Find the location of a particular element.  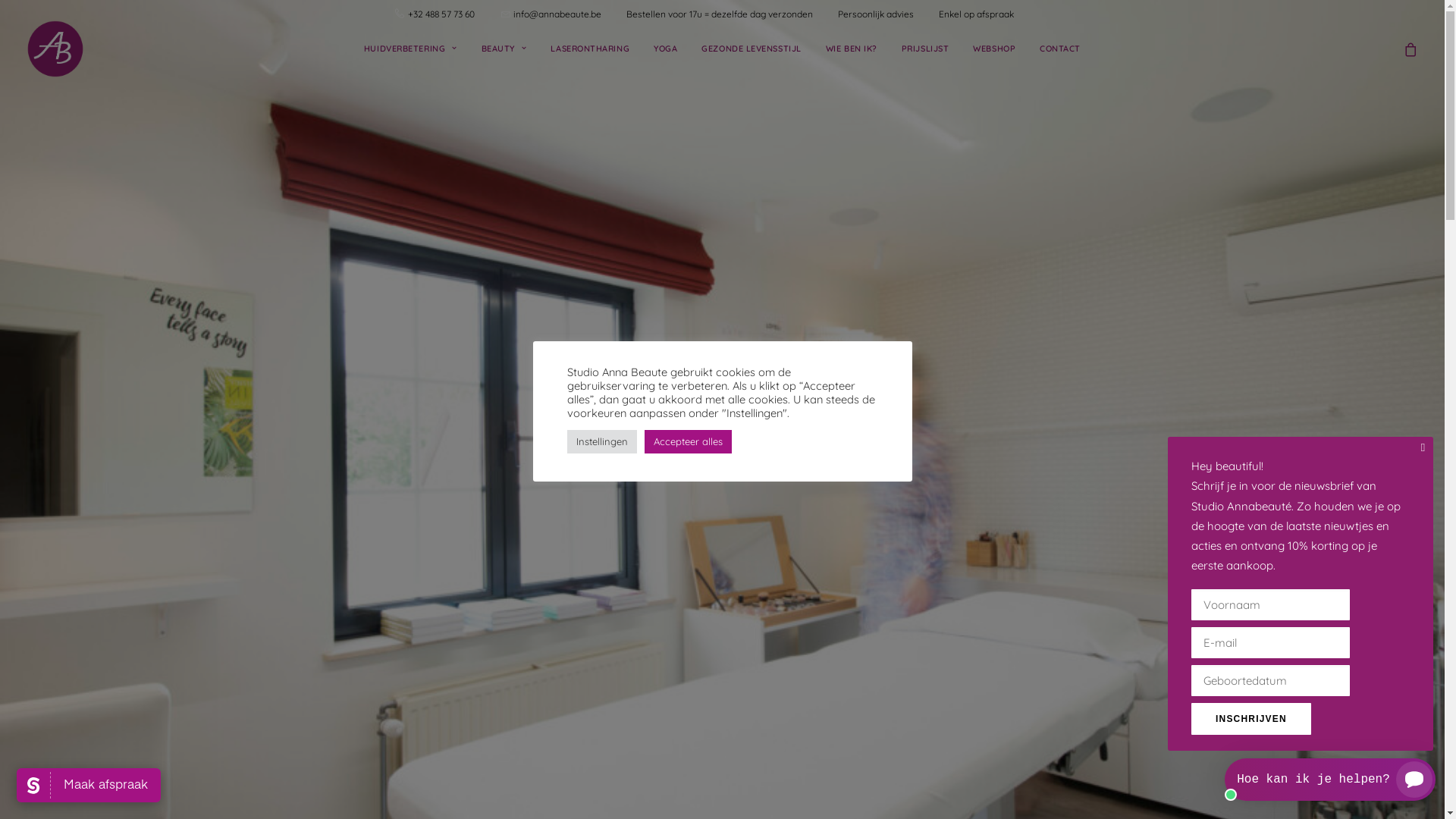

'info@annabeaute.be' is located at coordinates (513, 14).